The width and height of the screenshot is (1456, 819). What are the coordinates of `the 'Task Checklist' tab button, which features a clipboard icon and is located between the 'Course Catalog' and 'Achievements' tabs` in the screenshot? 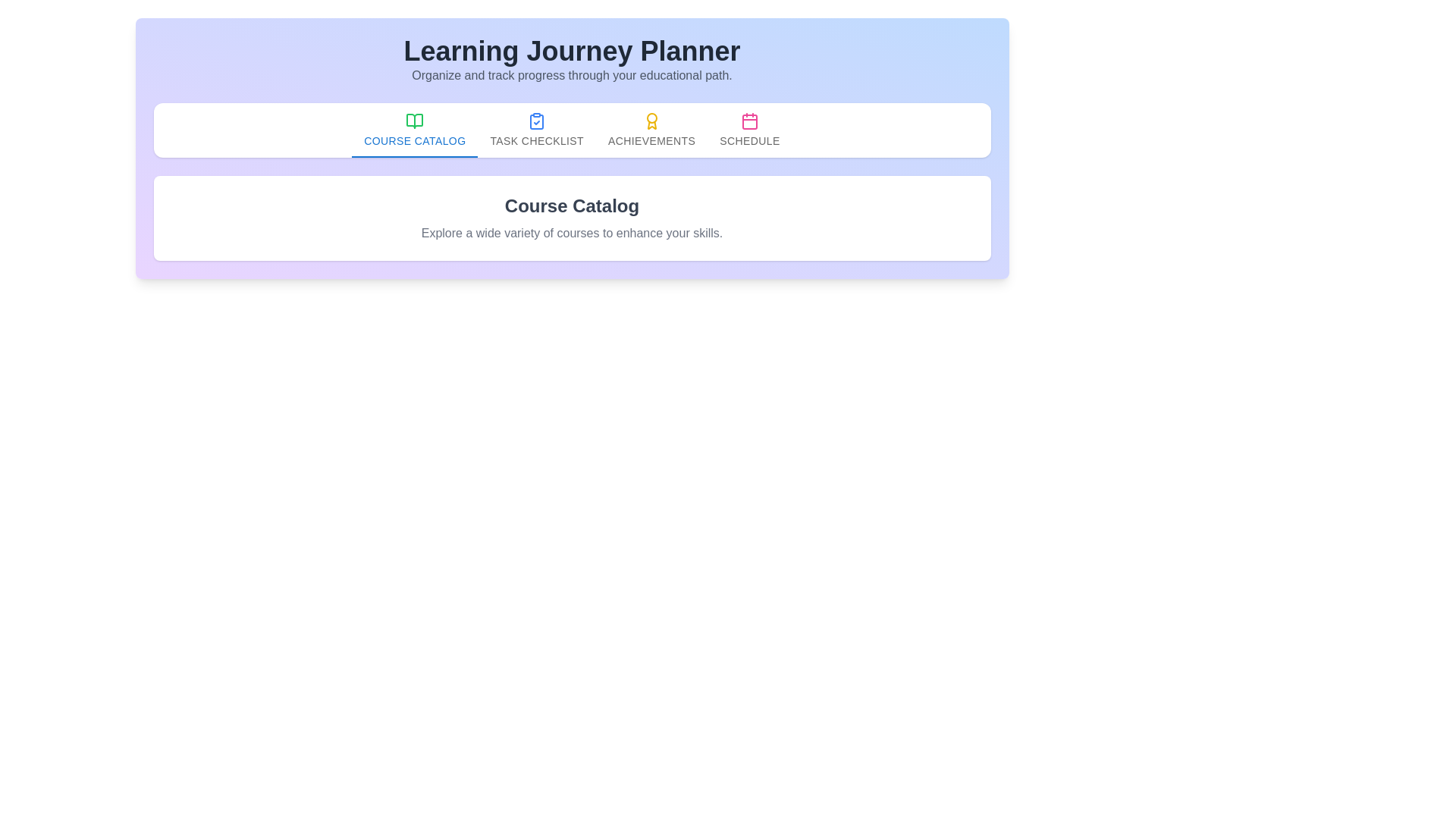 It's located at (537, 130).